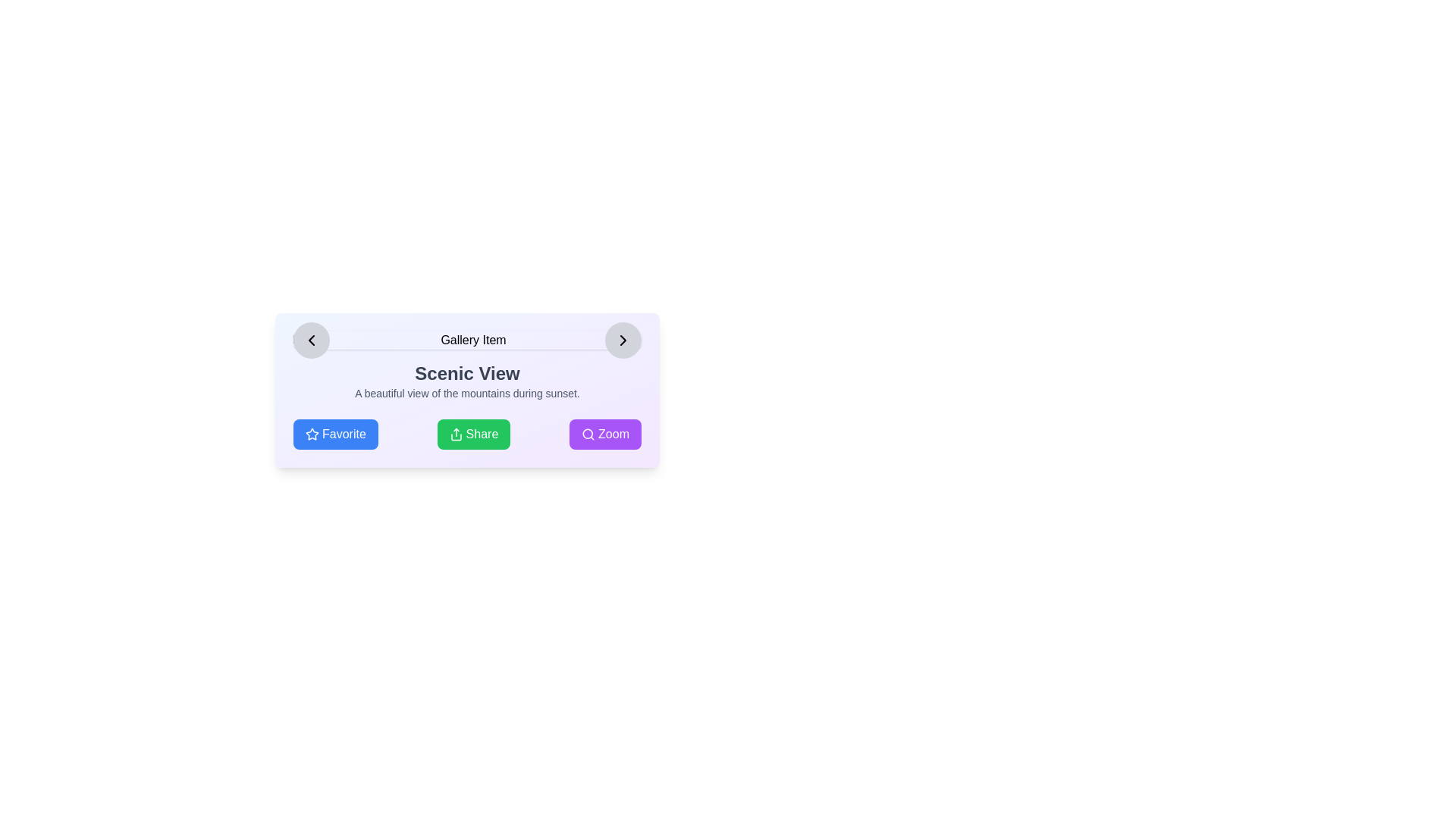  Describe the element at coordinates (588, 435) in the screenshot. I see `the small magnifying glass icon, which is the leftmost component of the purple 'Zoom' button` at that location.